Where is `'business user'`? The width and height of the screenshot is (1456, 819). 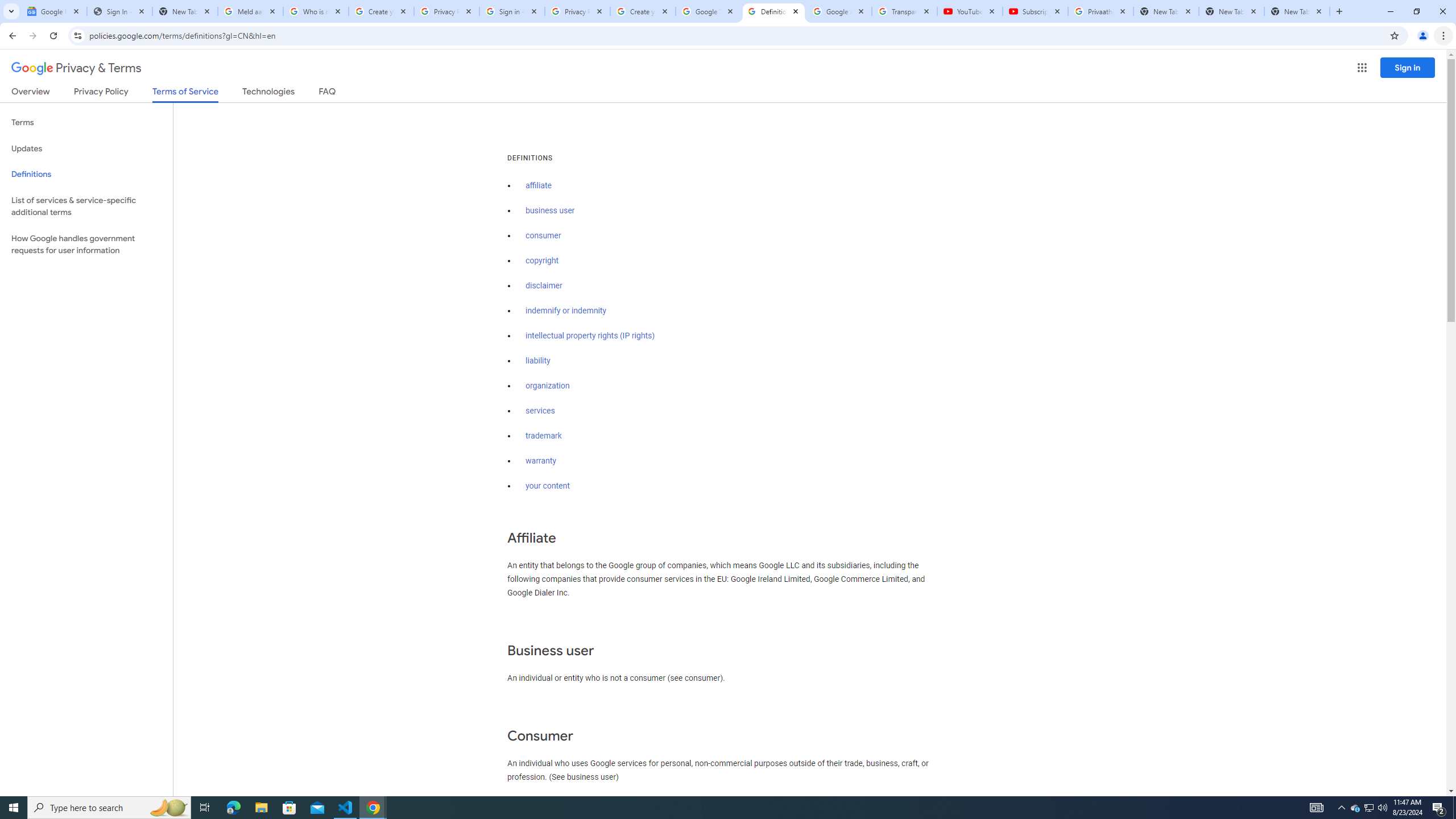
'business user' is located at coordinates (549, 210).